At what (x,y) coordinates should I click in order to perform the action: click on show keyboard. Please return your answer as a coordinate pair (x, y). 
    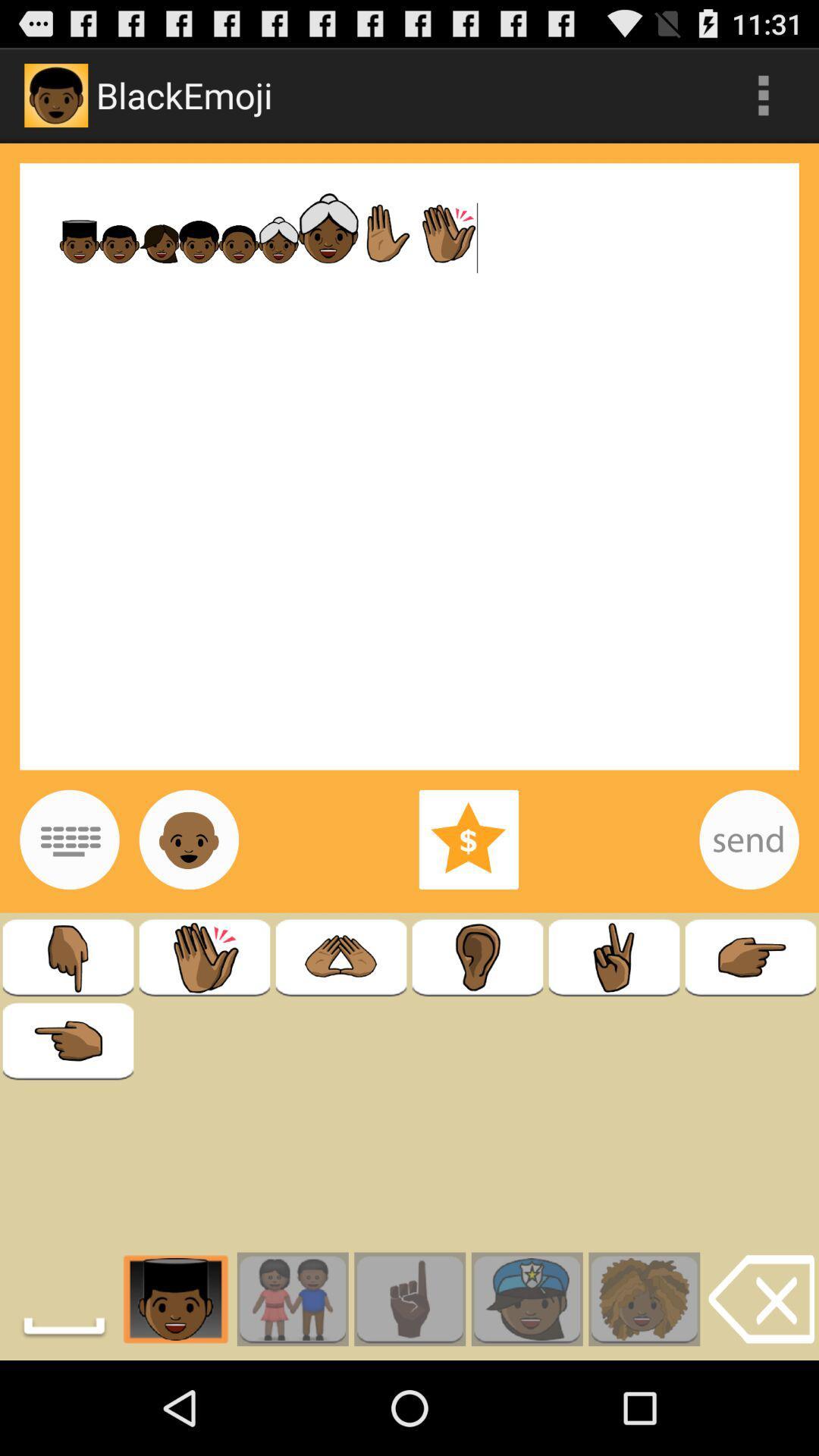
    Looking at the image, I should click on (69, 839).